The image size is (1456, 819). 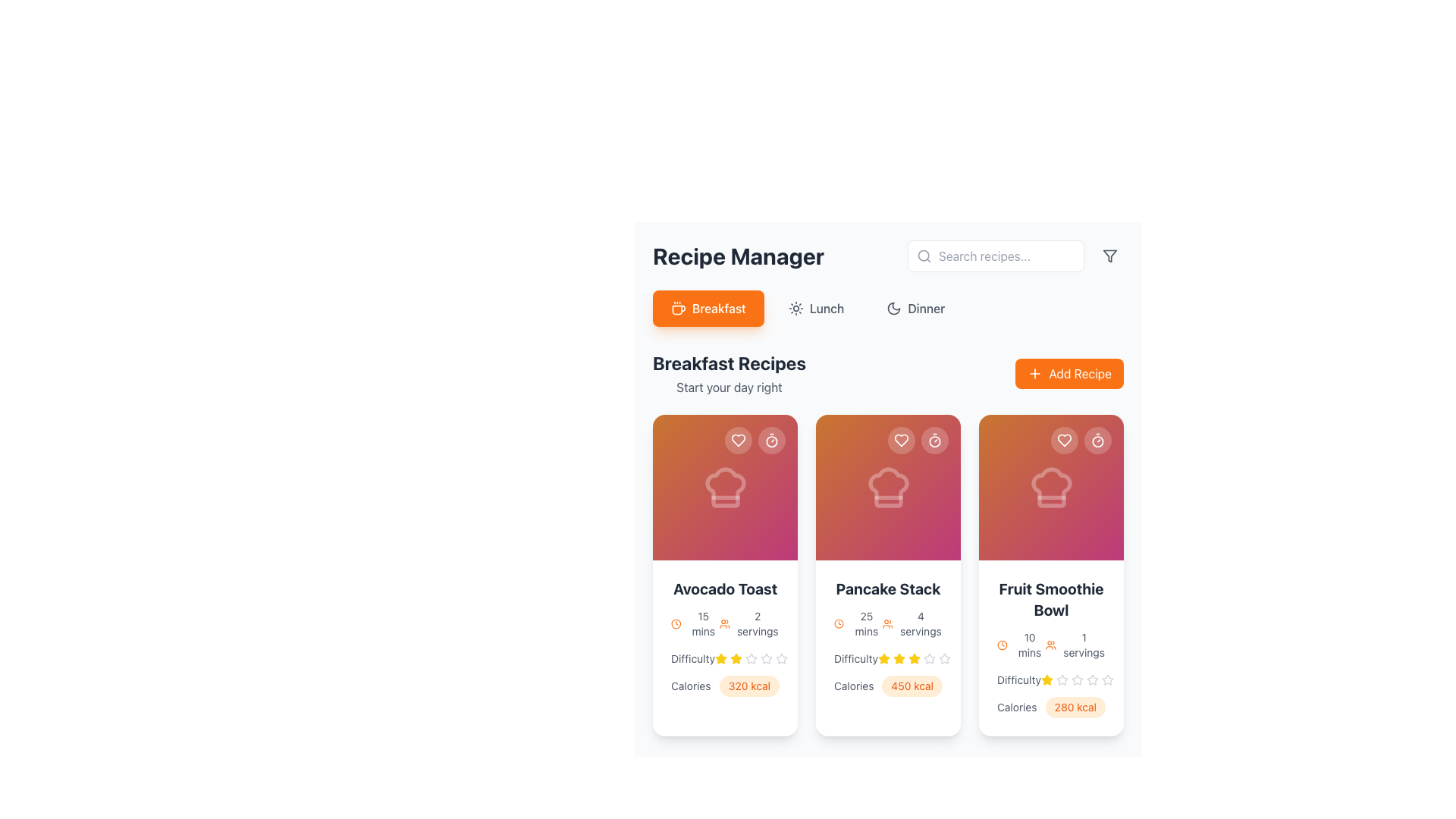 I want to click on the Text Label that describes the difficulty of the 'Fruit Smoothie Bowl' recipe, located above the star rating component, so click(x=1019, y=679).